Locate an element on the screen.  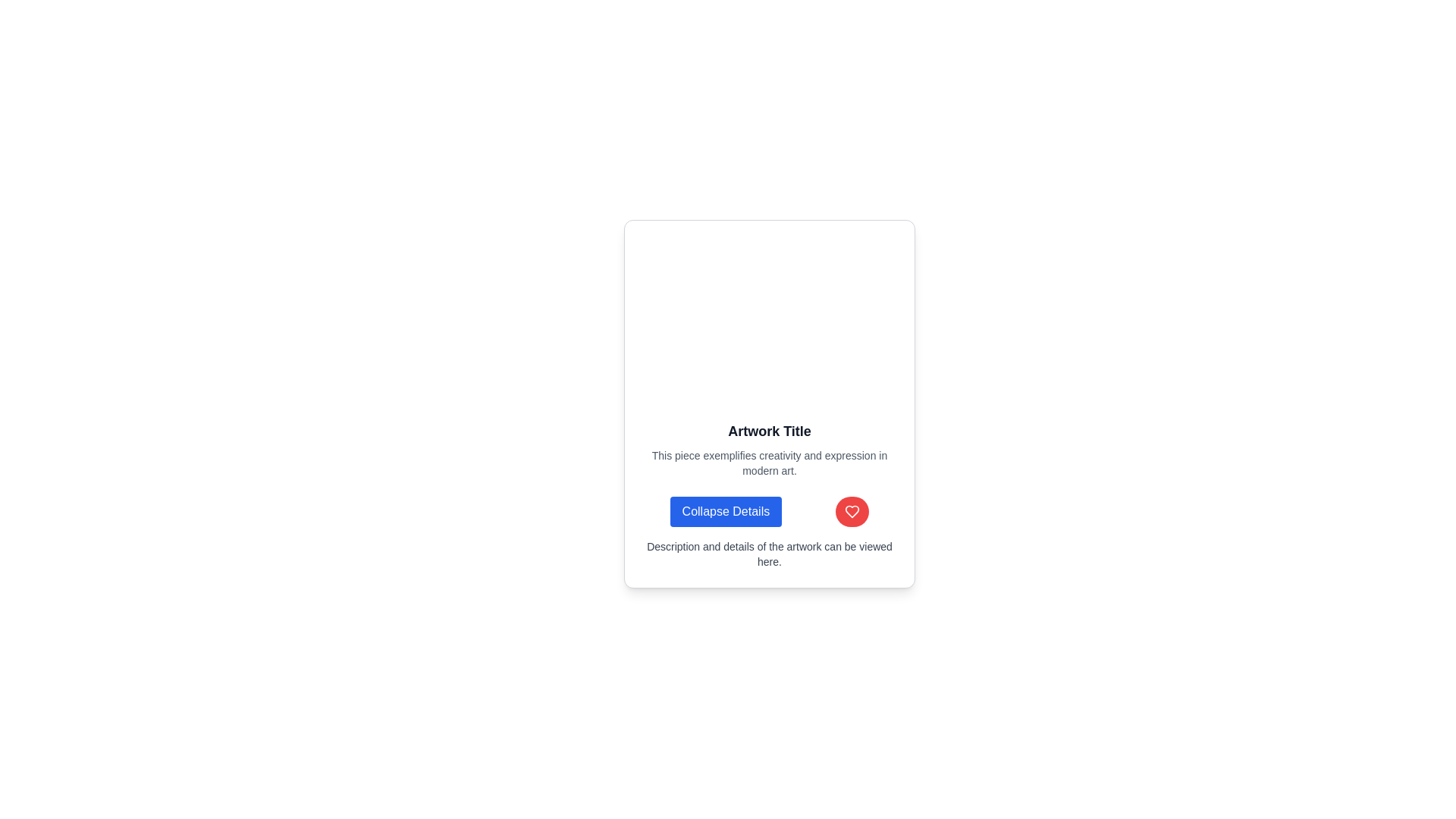
the descriptive text element that contains 'This piece exemplifies creativity and expression in modern art.' positioned below the 'Artwork Title.' is located at coordinates (769, 462).